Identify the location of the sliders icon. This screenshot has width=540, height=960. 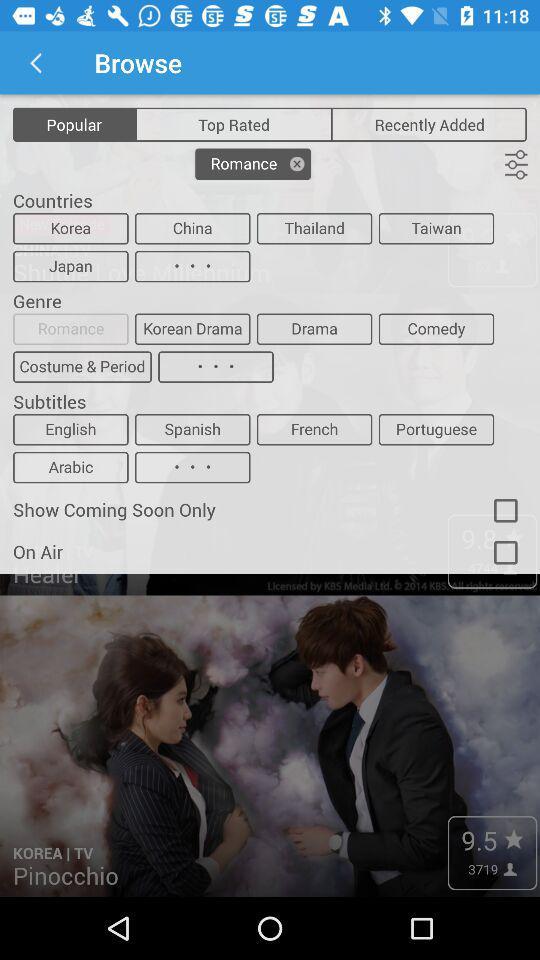
(516, 164).